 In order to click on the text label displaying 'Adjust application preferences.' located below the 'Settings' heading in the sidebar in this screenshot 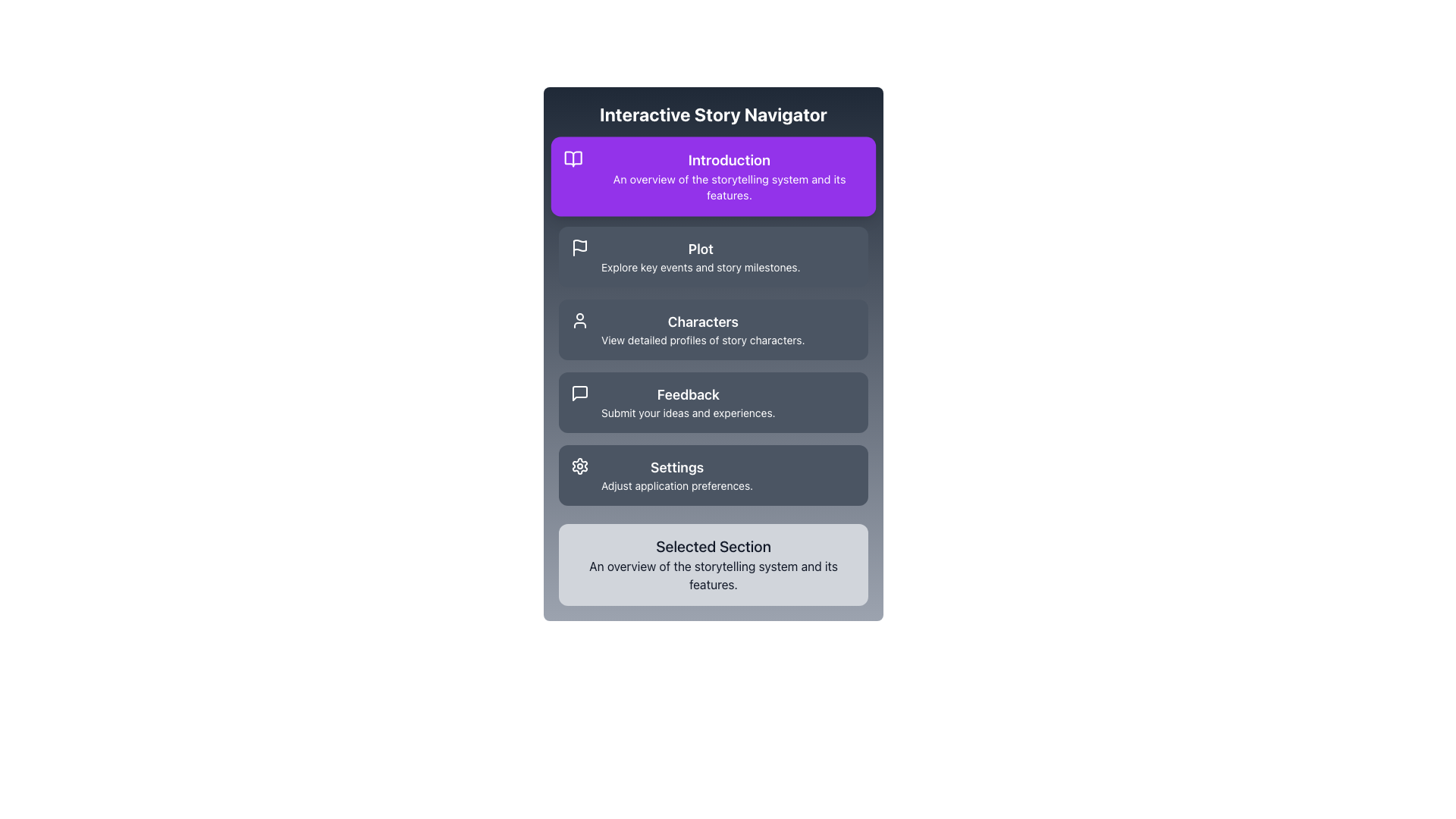, I will do `click(676, 485)`.